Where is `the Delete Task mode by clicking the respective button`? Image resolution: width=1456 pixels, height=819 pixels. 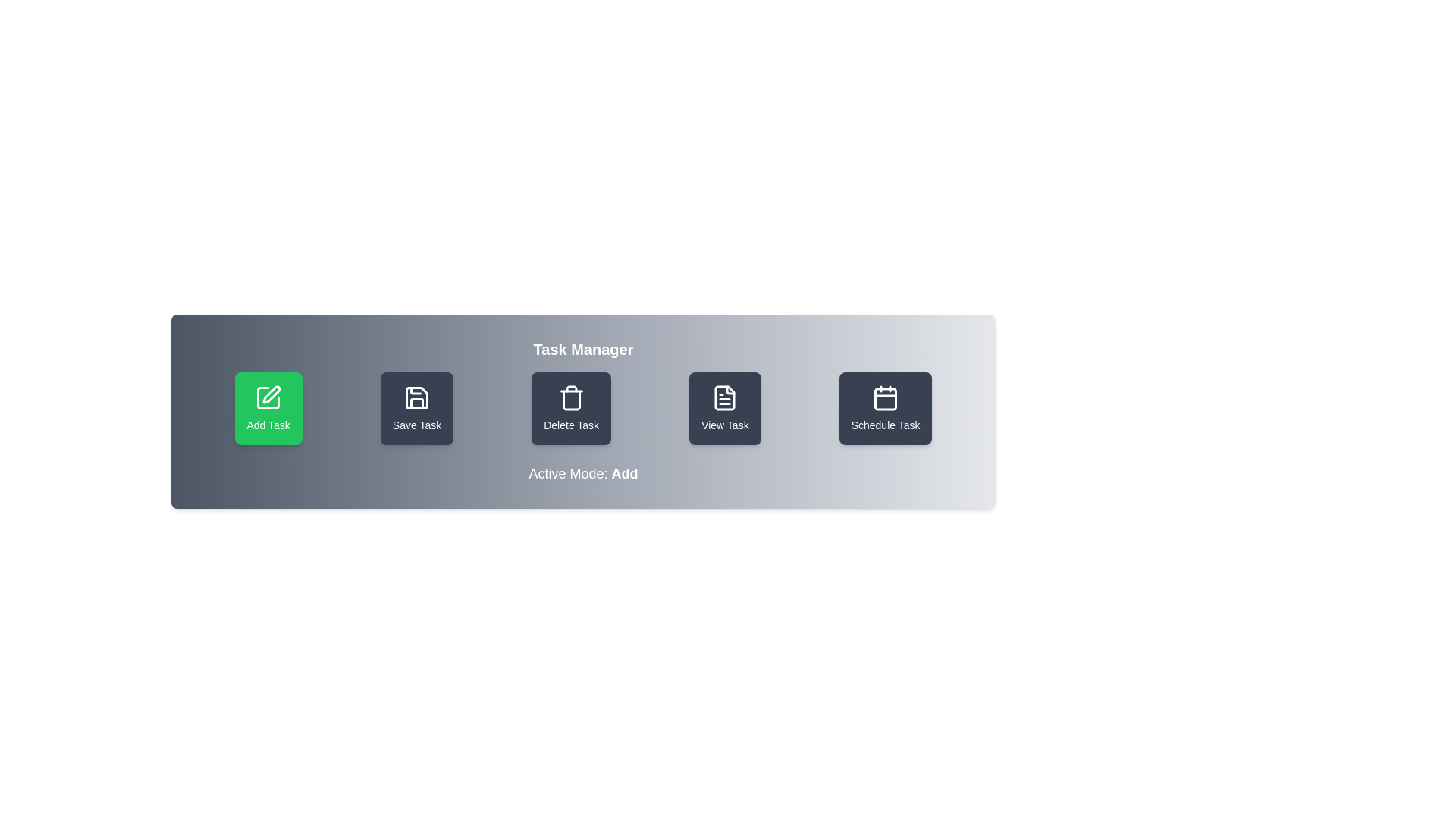
the Delete Task mode by clicking the respective button is located at coordinates (570, 408).